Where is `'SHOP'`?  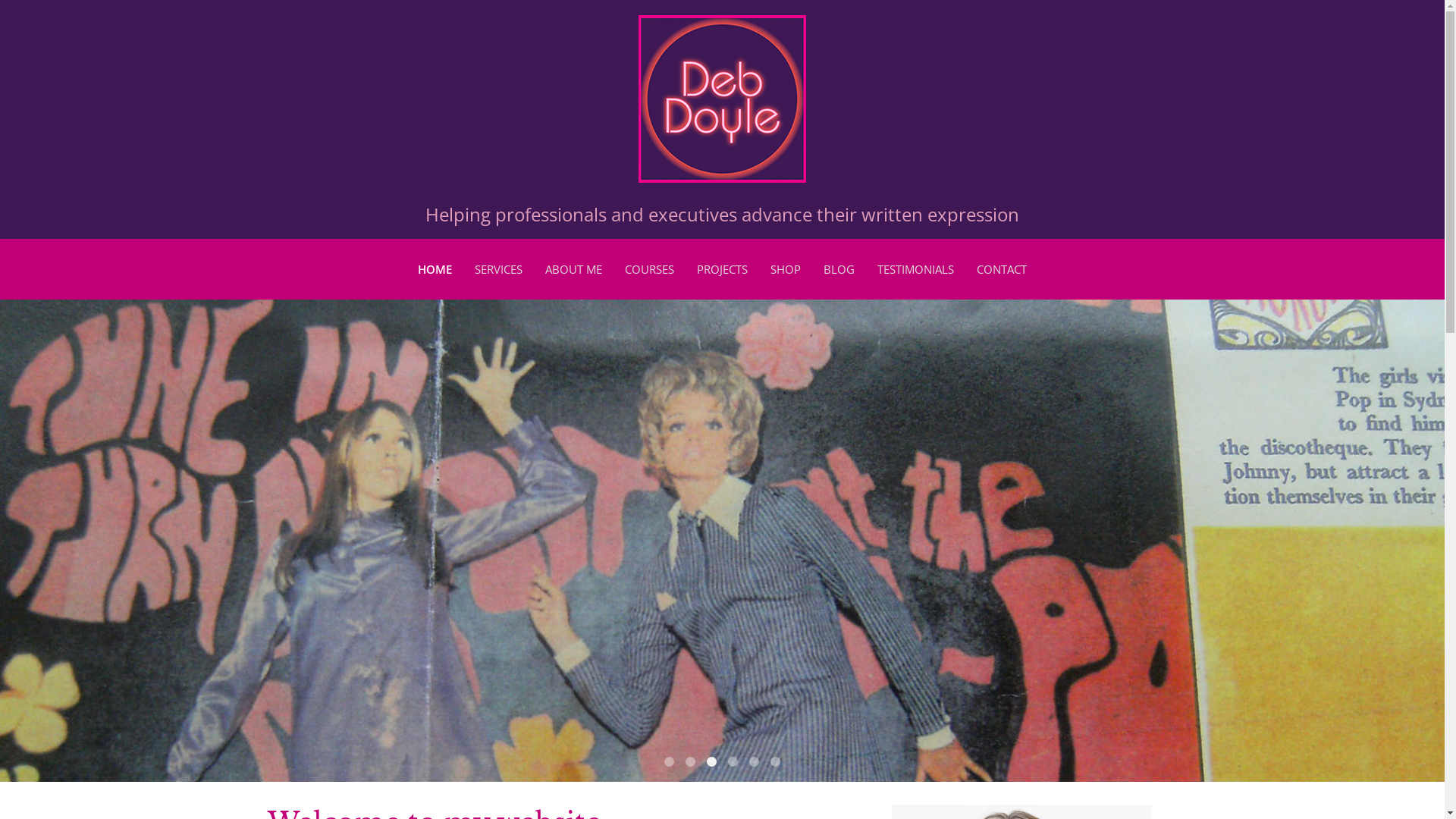
'SHOP' is located at coordinates (786, 268).